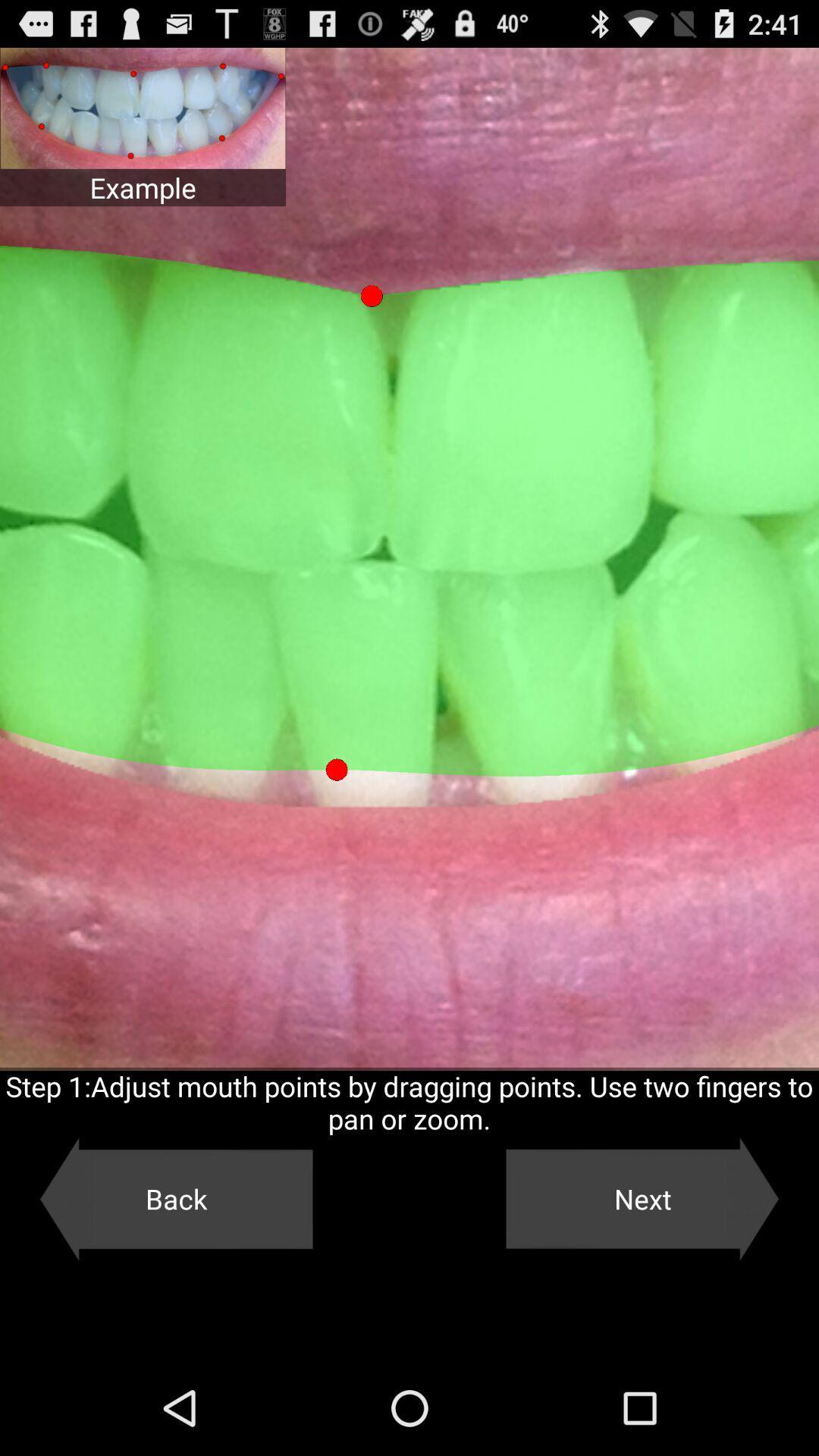 The width and height of the screenshot is (819, 1456). Describe the element at coordinates (642, 1198) in the screenshot. I see `item below step 1 adjust item` at that location.